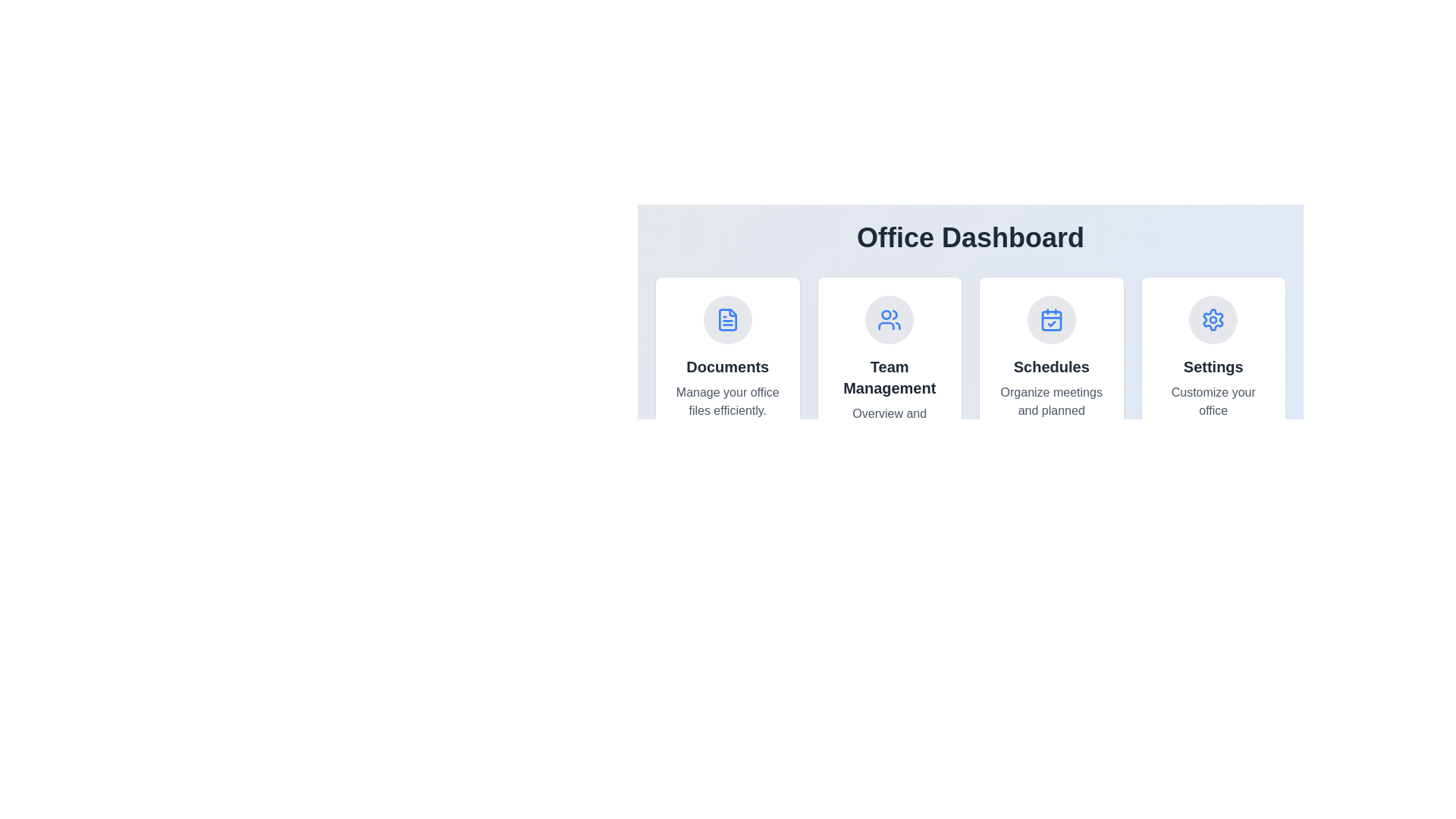  I want to click on static text label that says 'Customize your office configurations.' which is styled in gray and centered under the 'Settings' header within the fourth card of the interface, so click(1213, 411).